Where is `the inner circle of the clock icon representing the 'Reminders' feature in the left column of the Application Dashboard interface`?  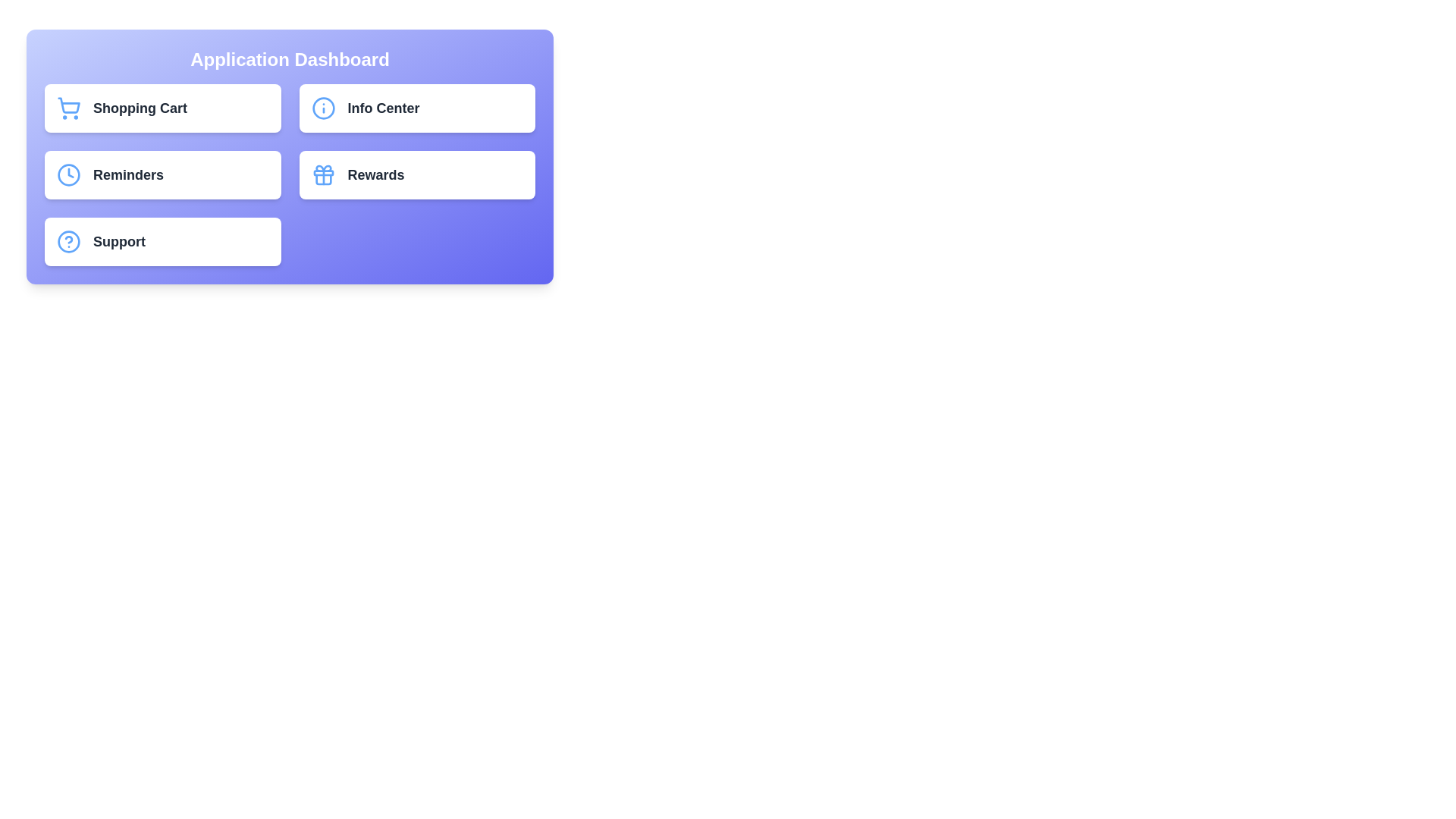
the inner circle of the clock icon representing the 'Reminders' feature in the left column of the Application Dashboard interface is located at coordinates (68, 174).